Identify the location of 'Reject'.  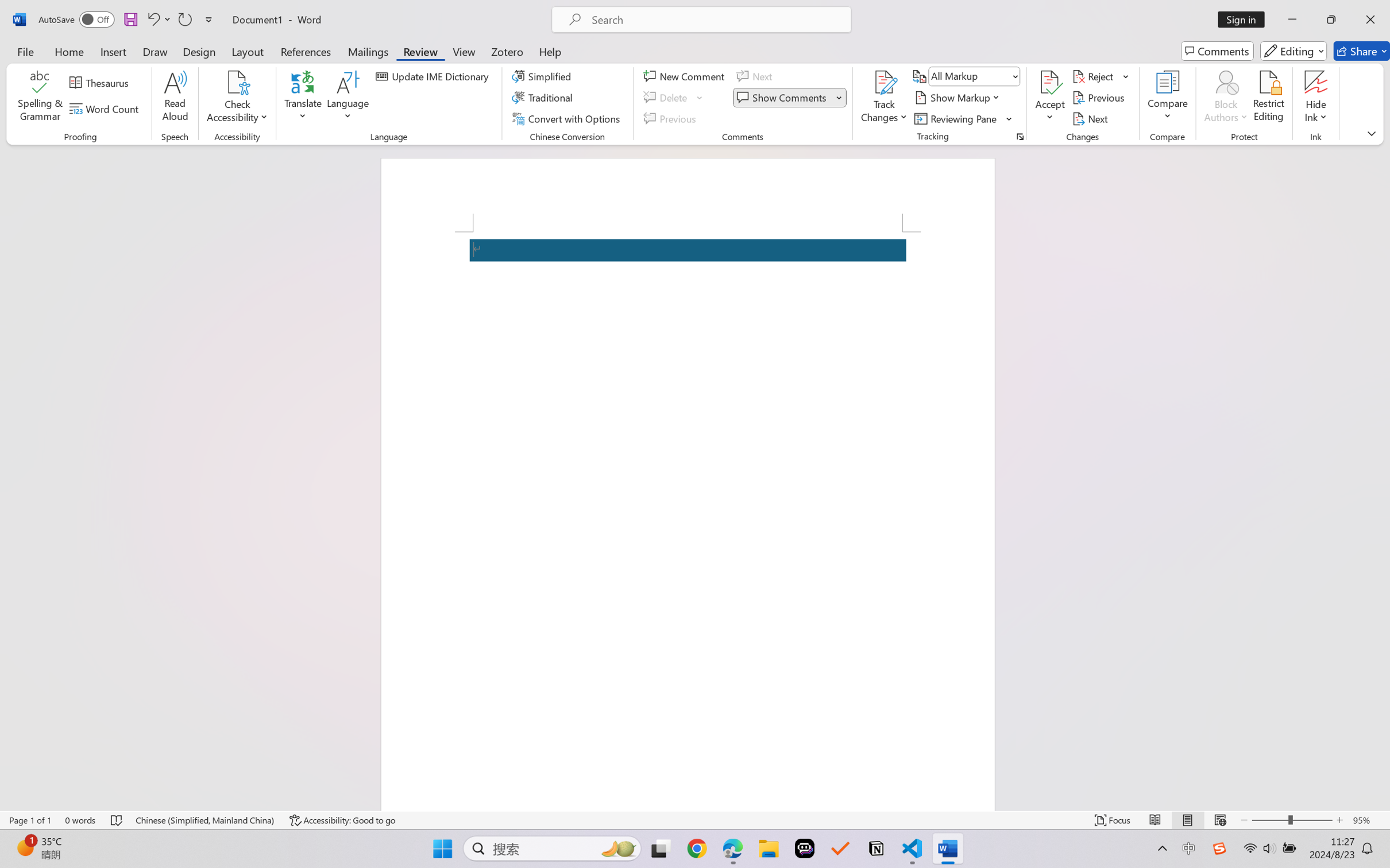
(1101, 75).